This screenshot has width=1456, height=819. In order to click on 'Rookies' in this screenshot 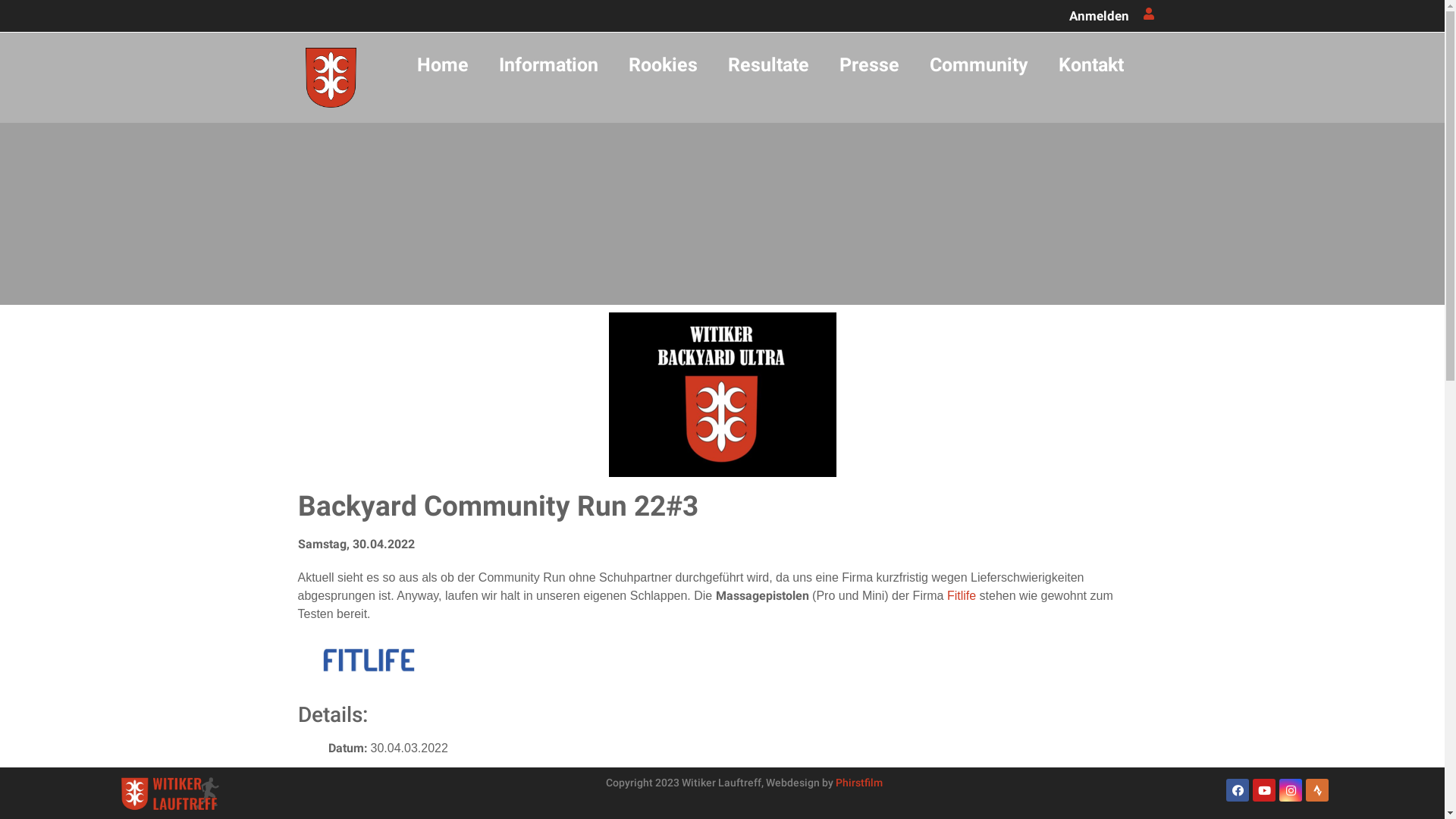, I will do `click(663, 64)`.